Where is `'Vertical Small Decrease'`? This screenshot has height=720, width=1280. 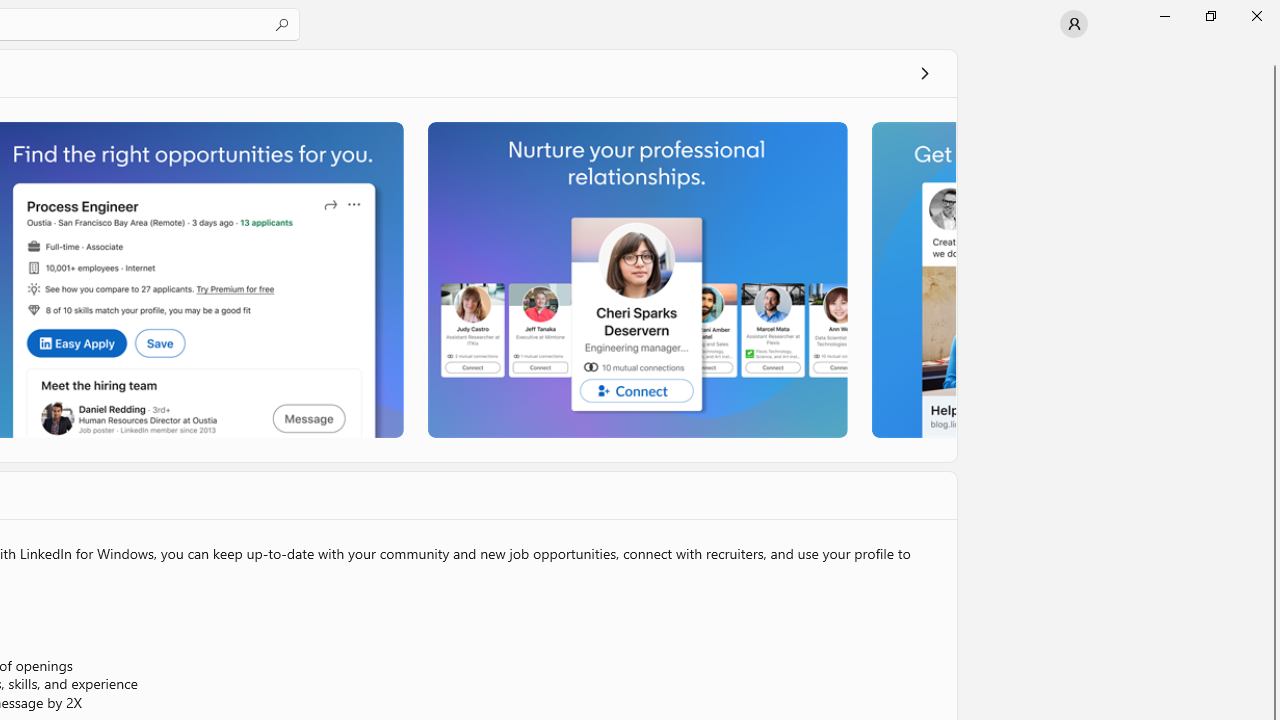
'Vertical Small Decrease' is located at coordinates (1271, 54).